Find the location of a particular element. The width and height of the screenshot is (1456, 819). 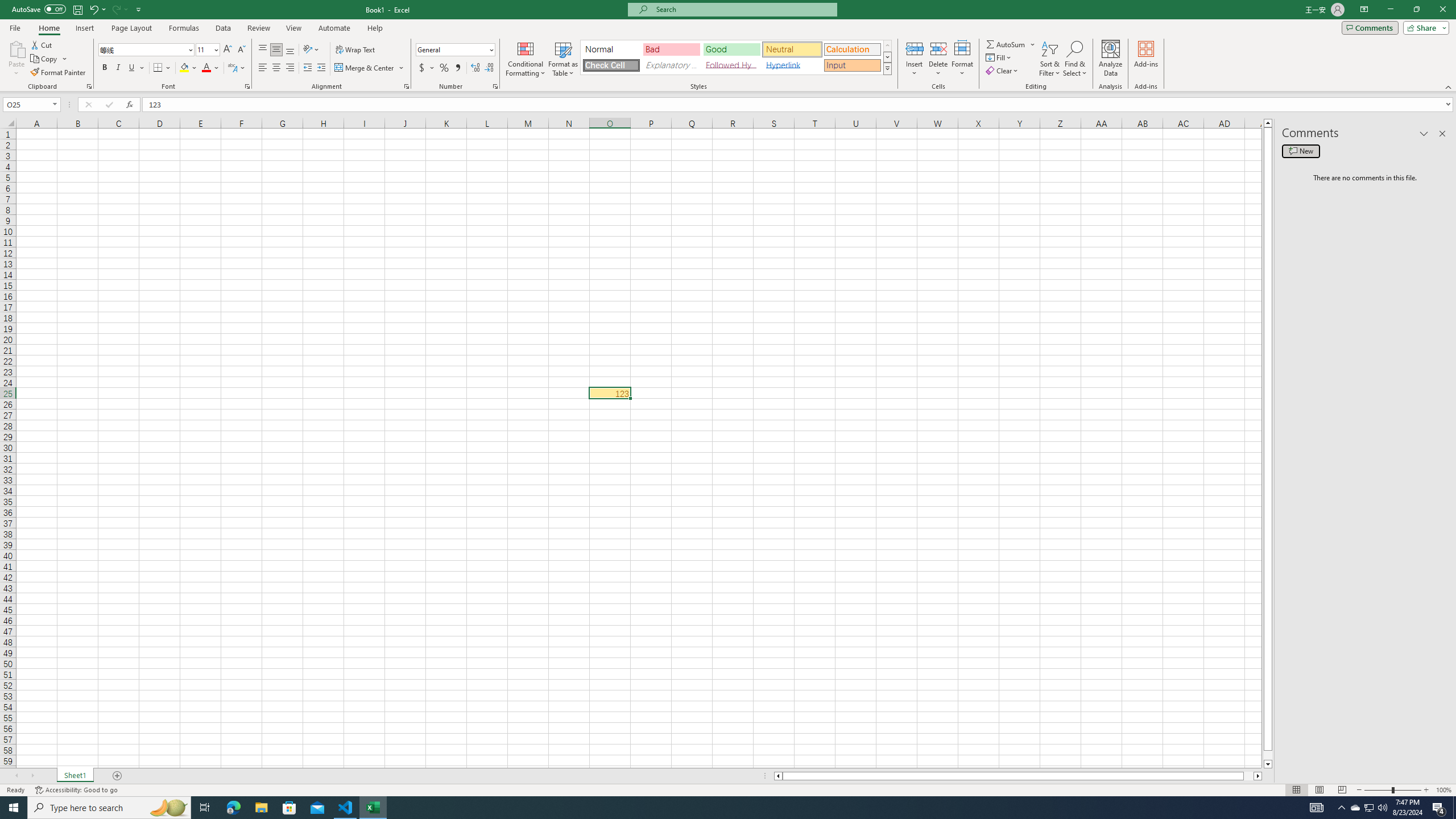

'Number Format' is located at coordinates (452, 49).